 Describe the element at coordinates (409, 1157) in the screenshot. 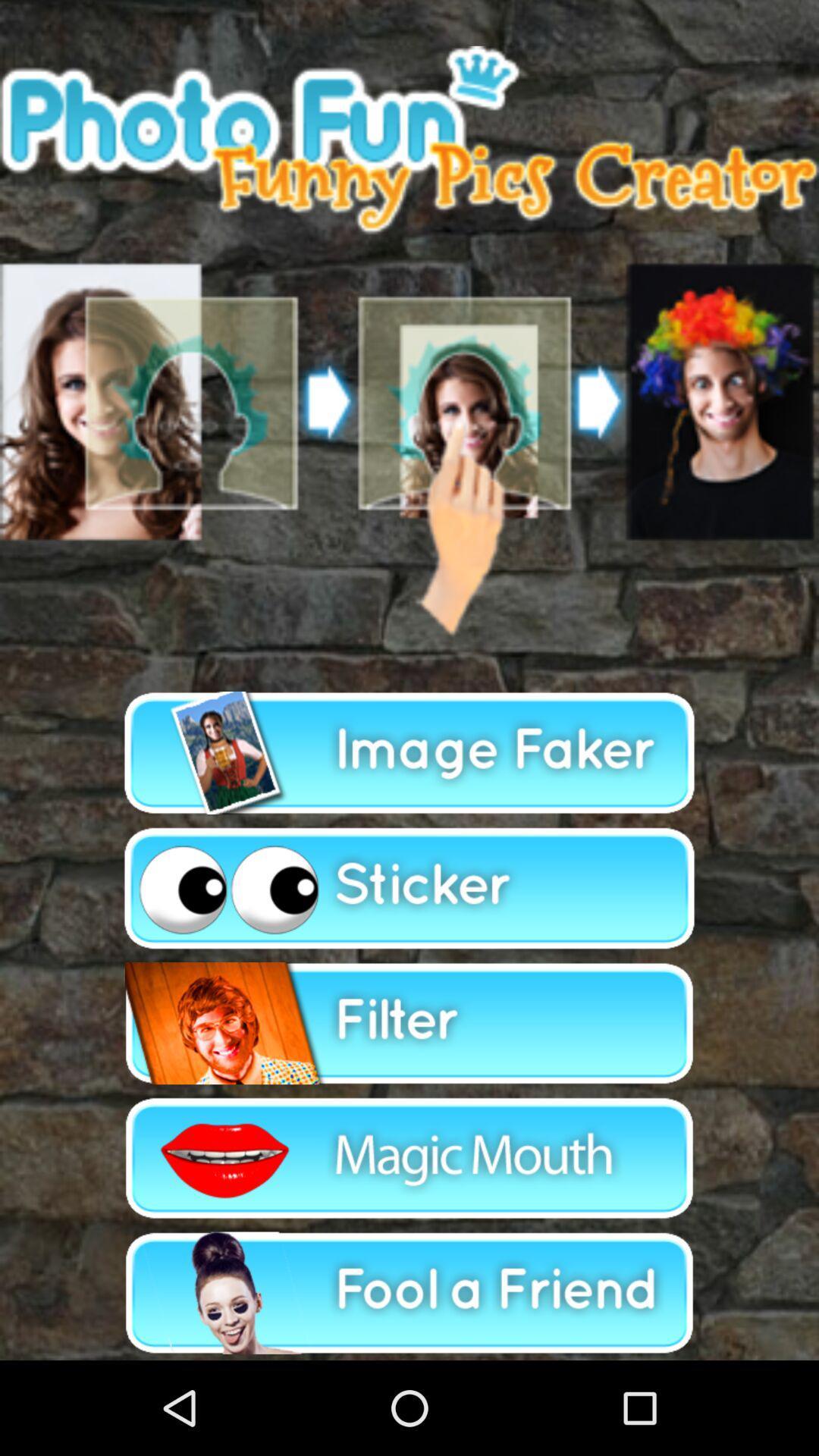

I see `magic mouth` at that location.